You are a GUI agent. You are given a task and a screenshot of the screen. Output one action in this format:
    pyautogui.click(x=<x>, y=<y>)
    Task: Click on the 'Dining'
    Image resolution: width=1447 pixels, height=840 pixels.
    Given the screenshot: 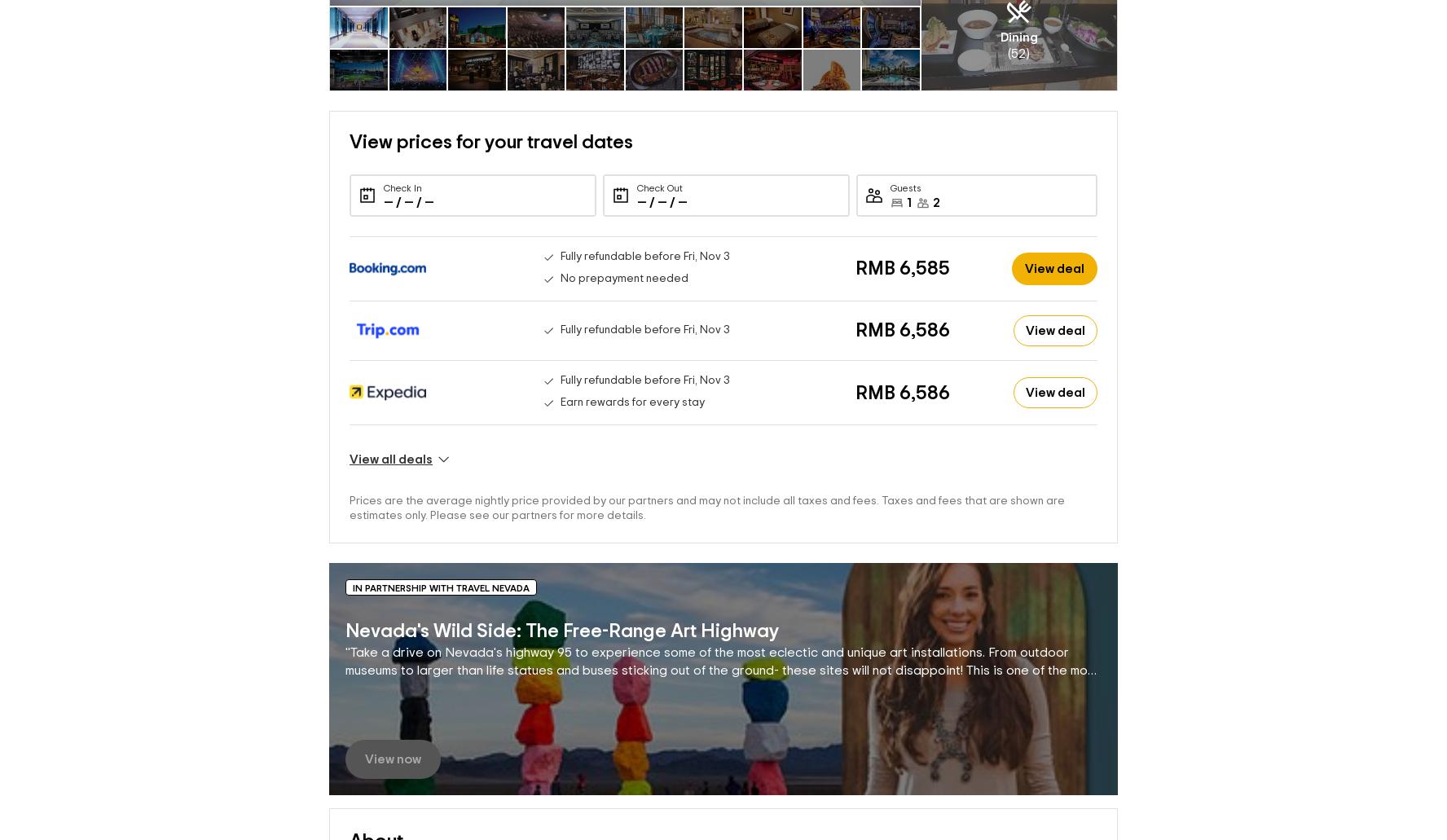 What is the action you would take?
    pyautogui.click(x=1017, y=10)
    